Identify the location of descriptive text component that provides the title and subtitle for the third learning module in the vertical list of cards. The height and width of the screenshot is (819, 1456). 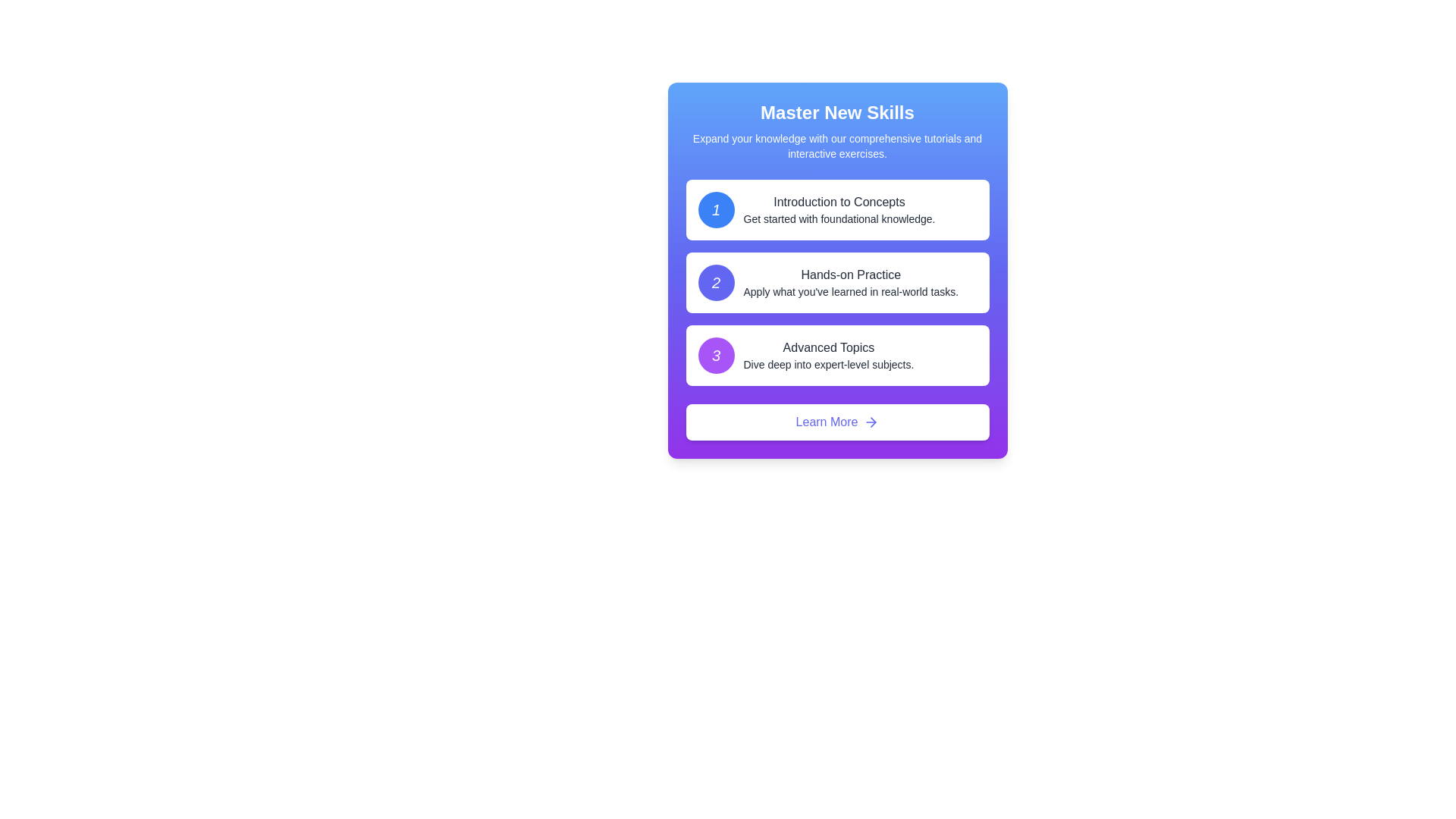
(827, 356).